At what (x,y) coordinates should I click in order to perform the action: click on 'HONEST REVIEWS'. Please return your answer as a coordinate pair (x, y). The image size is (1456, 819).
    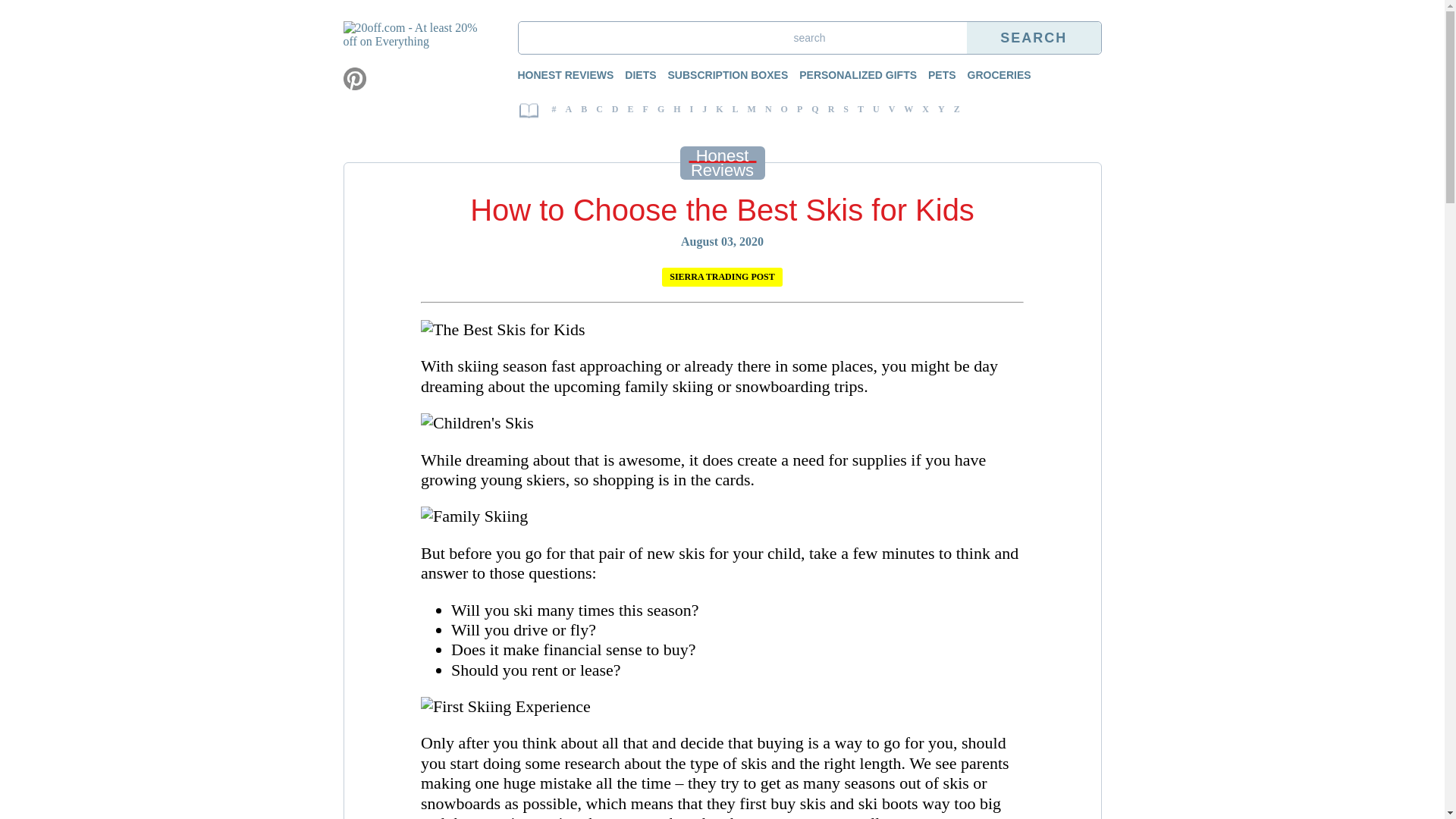
    Looking at the image, I should click on (516, 73).